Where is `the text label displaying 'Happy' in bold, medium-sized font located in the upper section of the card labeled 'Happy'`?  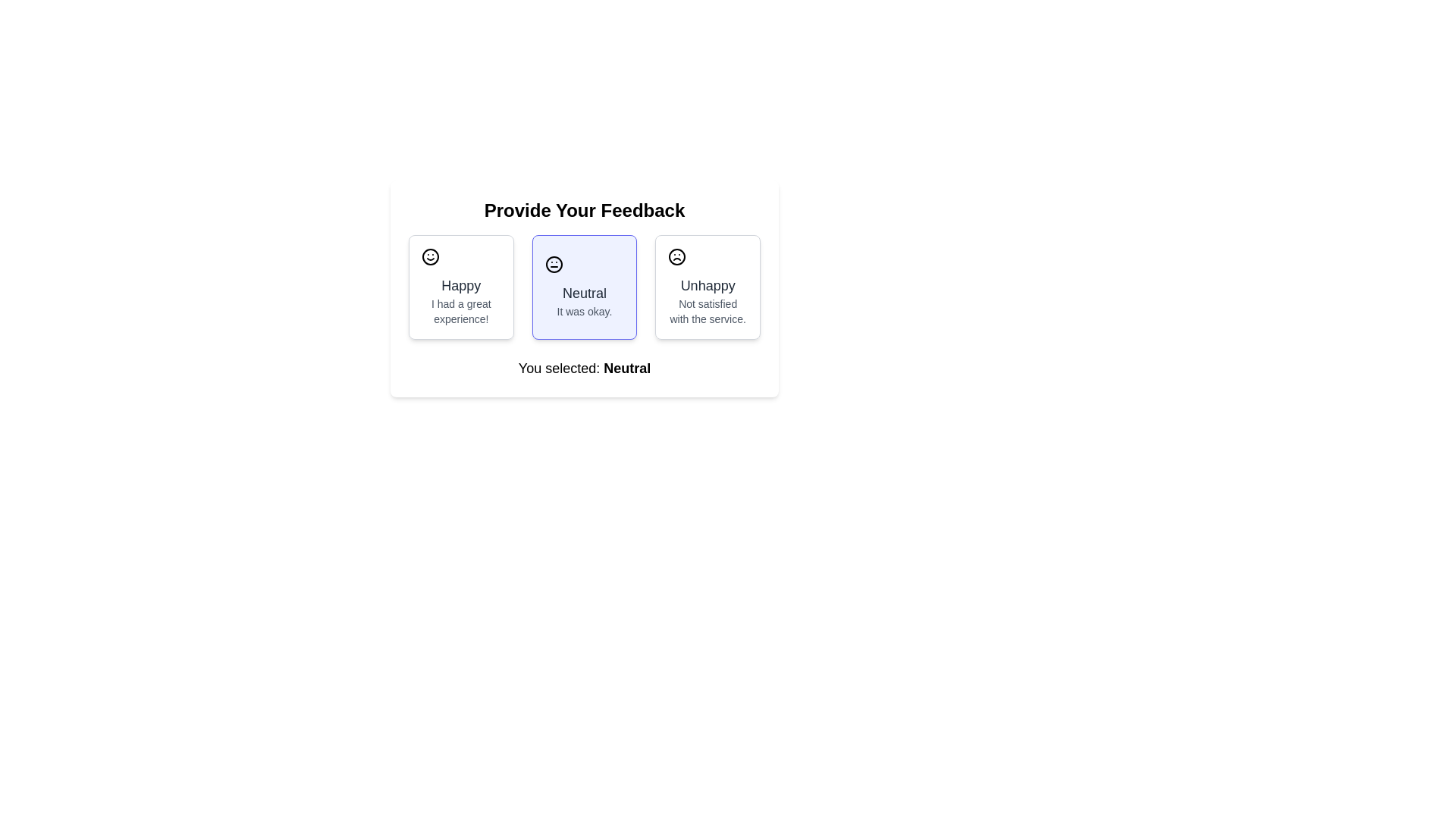
the text label displaying 'Happy' in bold, medium-sized font located in the upper section of the card labeled 'Happy' is located at coordinates (460, 286).